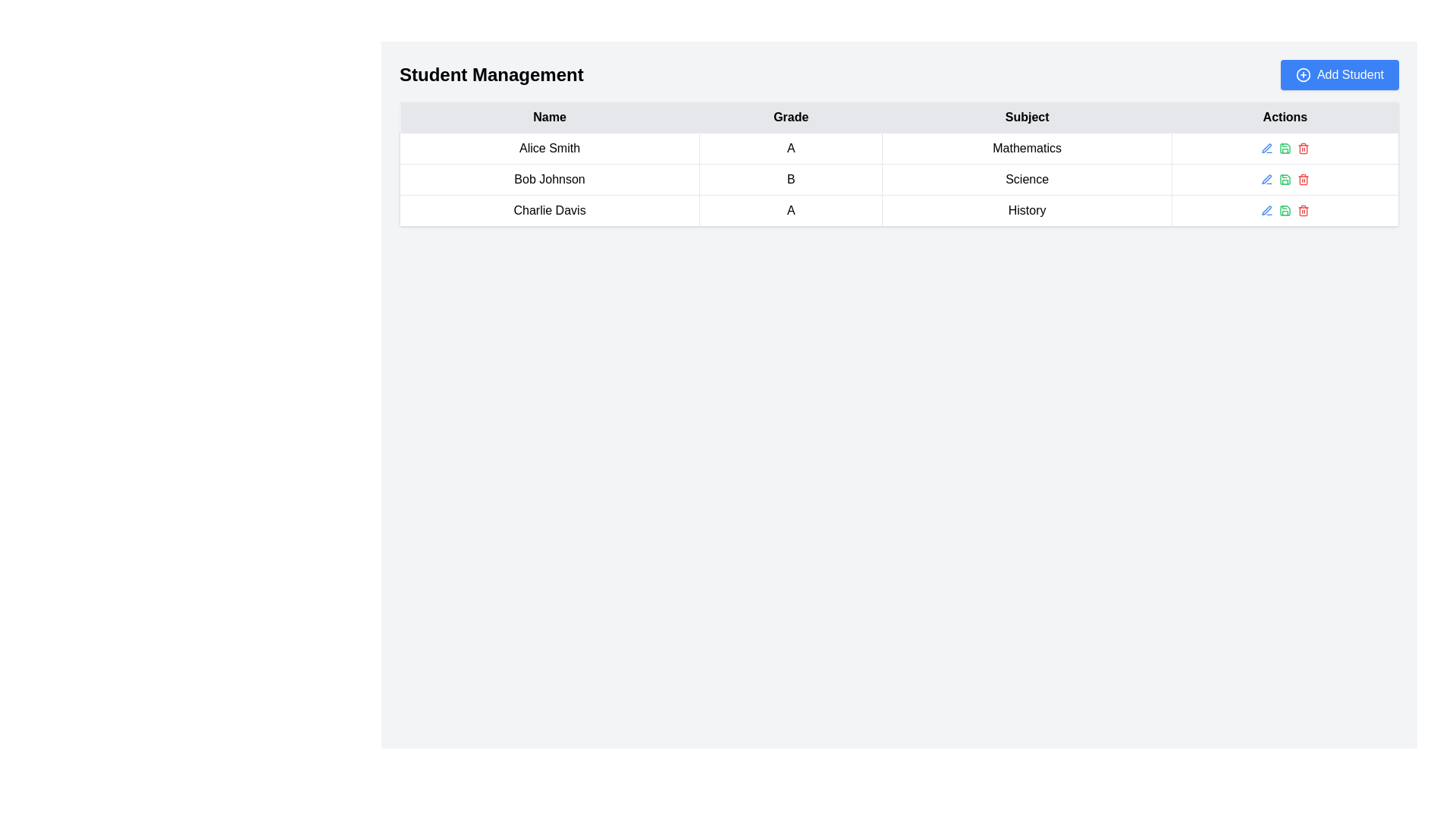 The height and width of the screenshot is (819, 1456). What do you see at coordinates (1284, 149) in the screenshot?
I see `the green icon in the Action button group located in the 'Actions' column for the 'Mathematics' subject in the first row` at bounding box center [1284, 149].